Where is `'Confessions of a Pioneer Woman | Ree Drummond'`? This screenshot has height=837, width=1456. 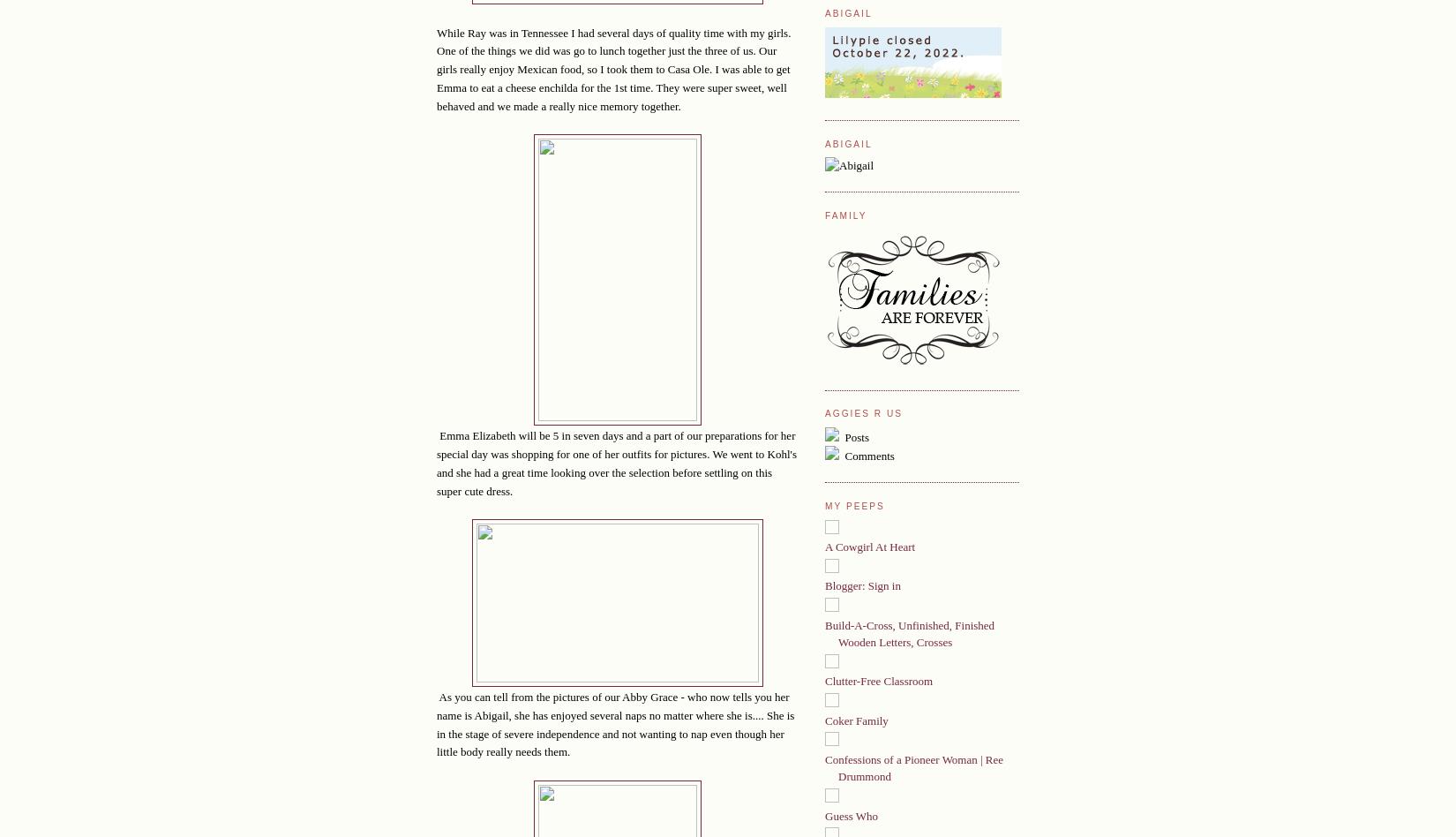
'Confessions of a Pioneer Woman | Ree Drummond' is located at coordinates (914, 766).